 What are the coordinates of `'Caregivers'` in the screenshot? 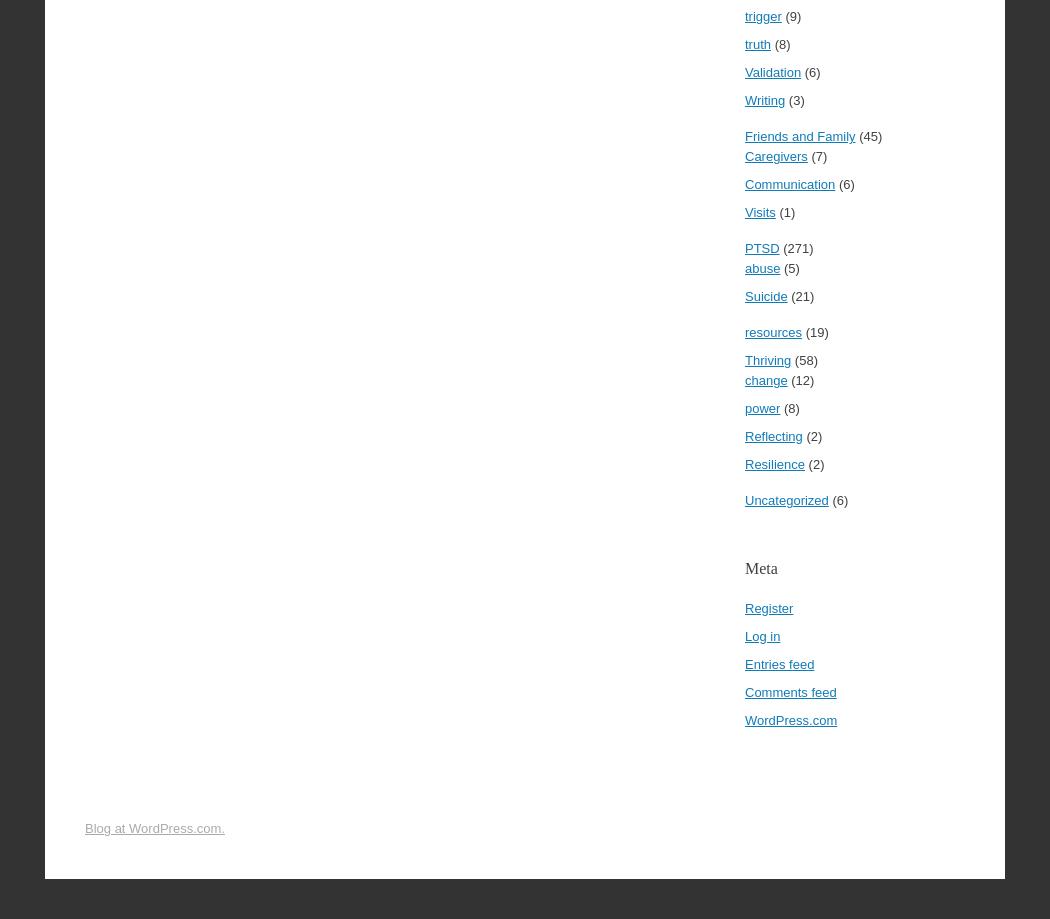 It's located at (743, 155).